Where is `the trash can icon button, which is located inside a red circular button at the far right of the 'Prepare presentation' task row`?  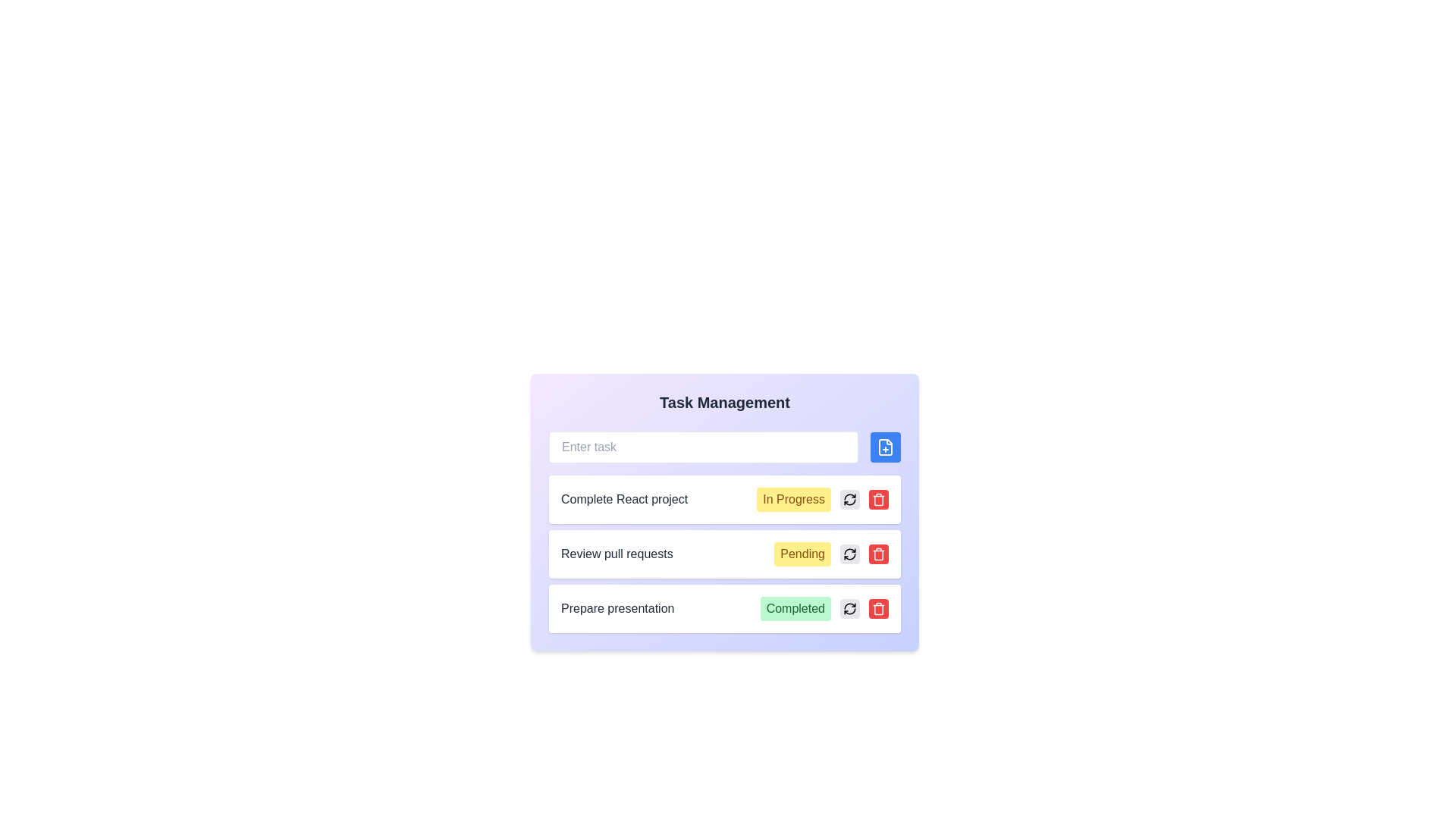
the trash can icon button, which is located inside a red circular button at the far right of the 'Prepare presentation' task row is located at coordinates (878, 607).